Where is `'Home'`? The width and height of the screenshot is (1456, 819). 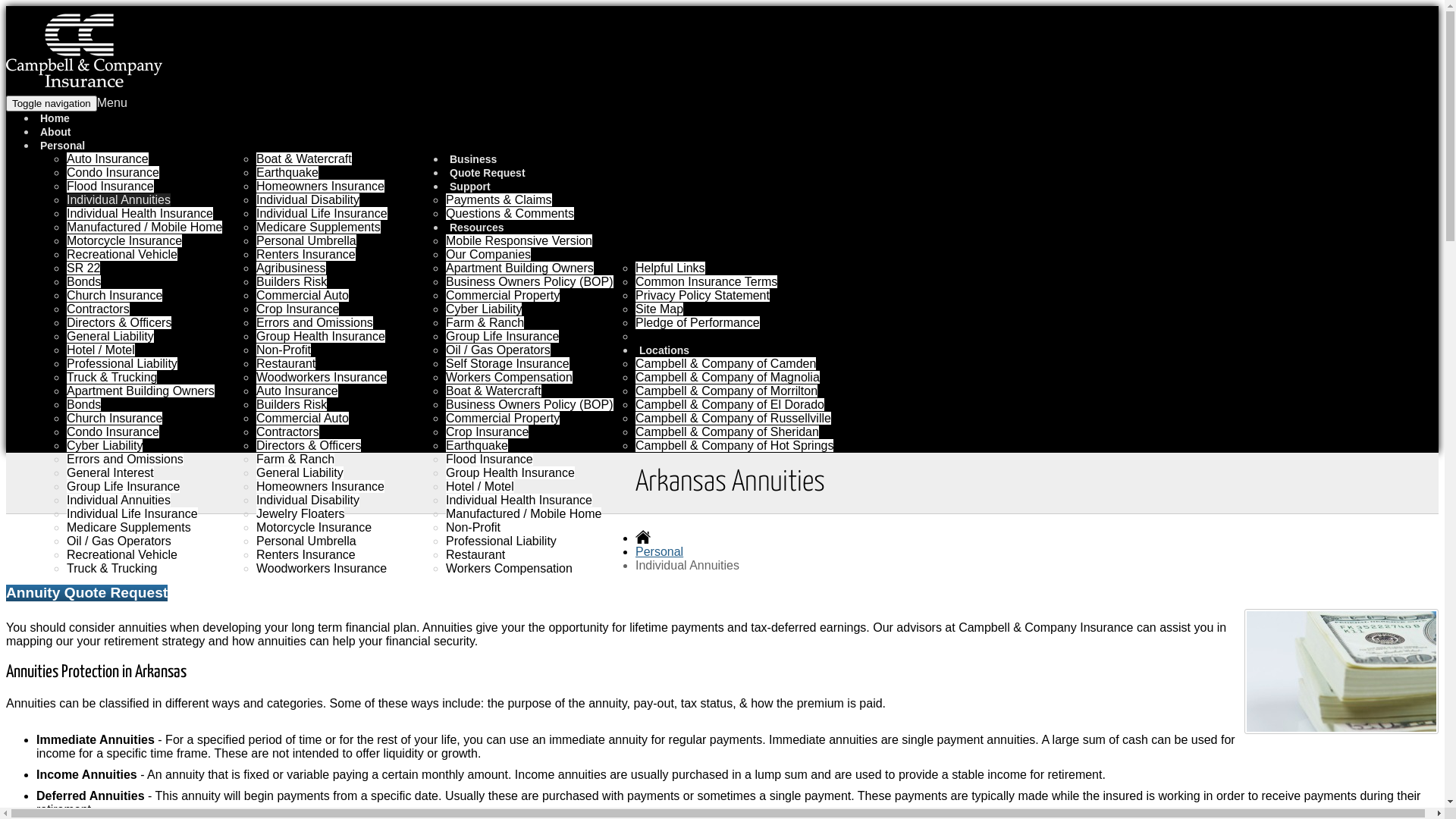
'Home' is located at coordinates (55, 117).